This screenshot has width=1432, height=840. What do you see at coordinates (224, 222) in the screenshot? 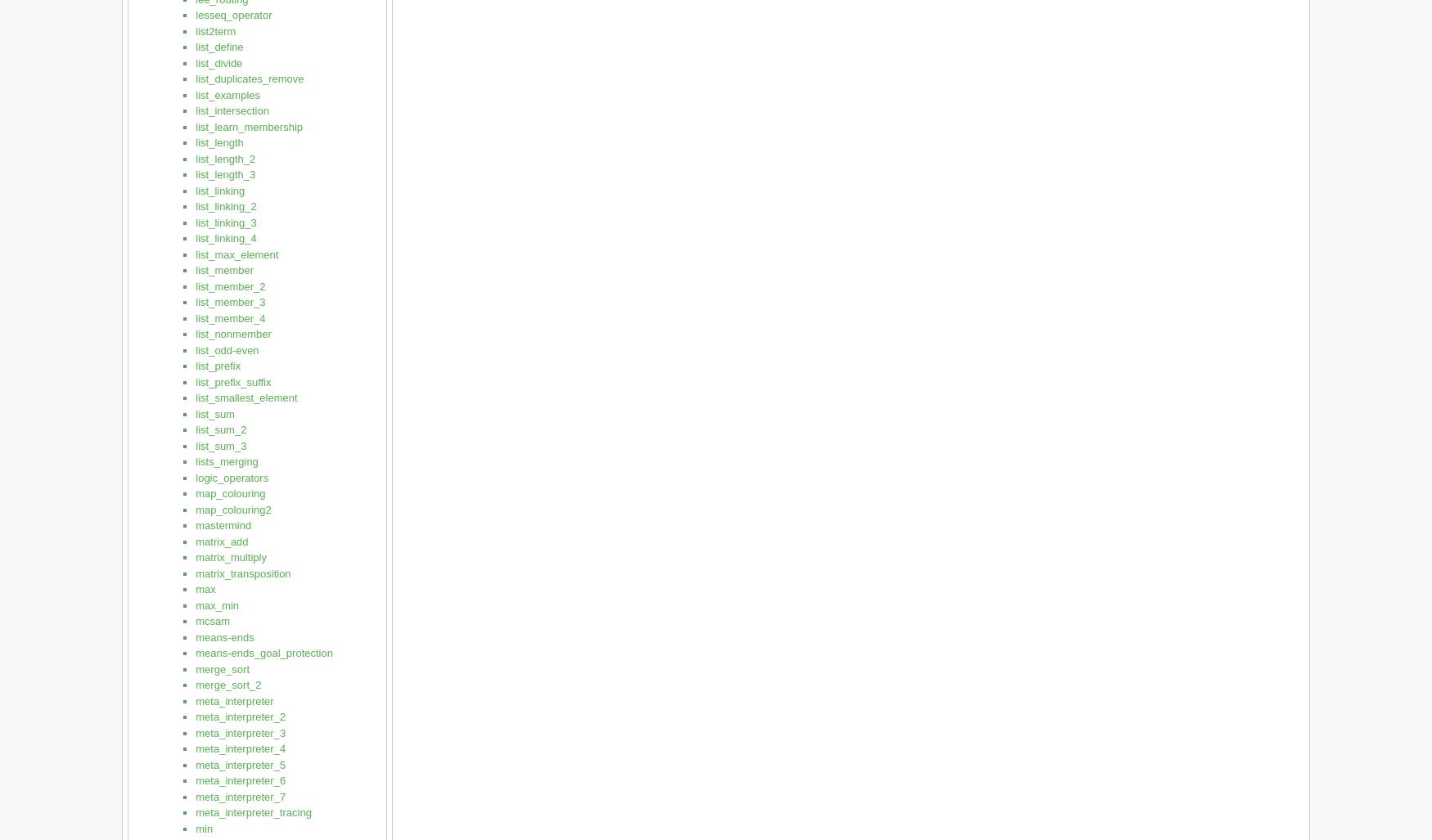
I see `'list_linking_3'` at bounding box center [224, 222].